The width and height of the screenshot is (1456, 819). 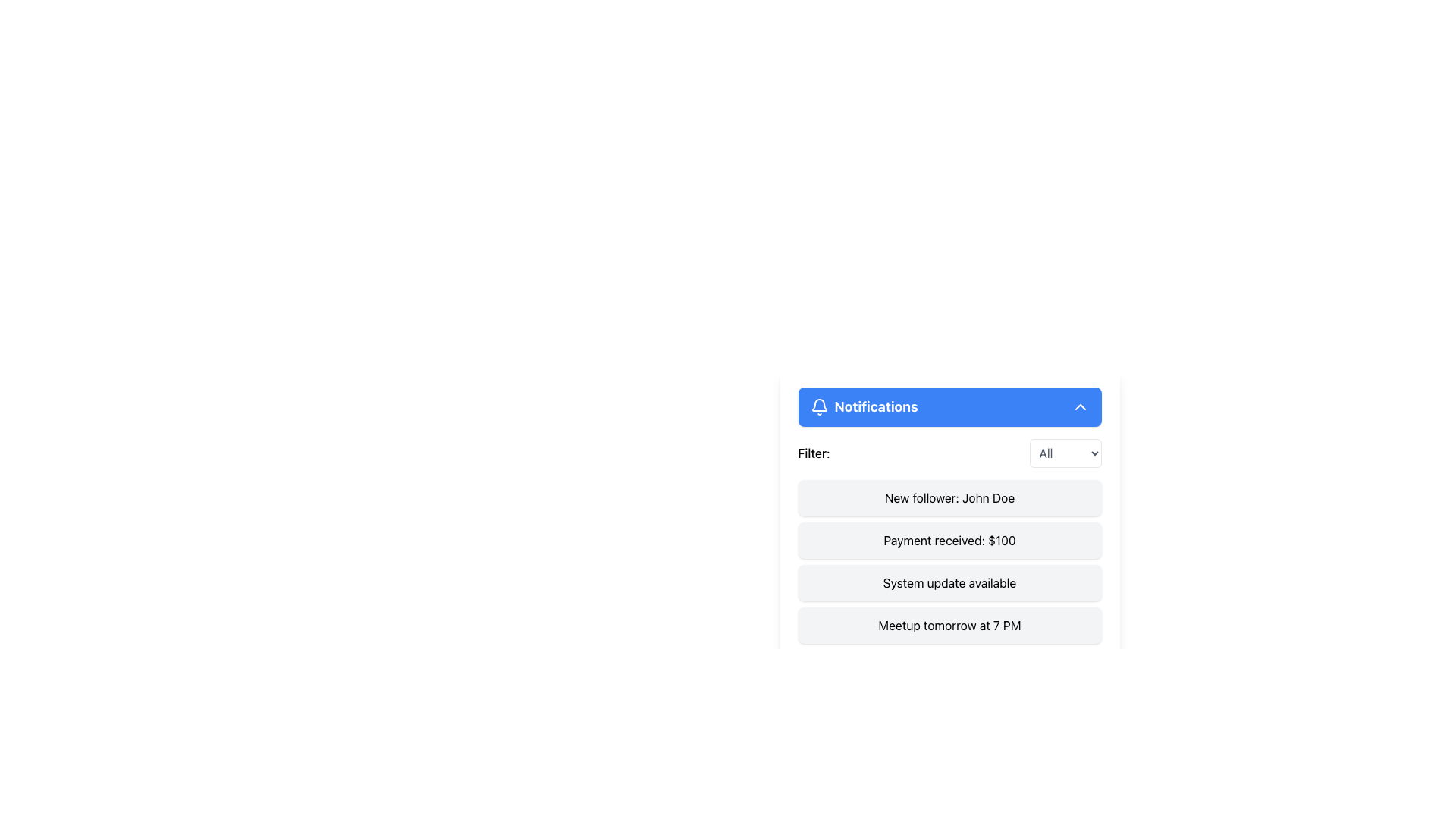 I want to click on the text label that serves as the title for the notification panel, located in the header and positioned to the right of the bell icon, so click(x=876, y=406).